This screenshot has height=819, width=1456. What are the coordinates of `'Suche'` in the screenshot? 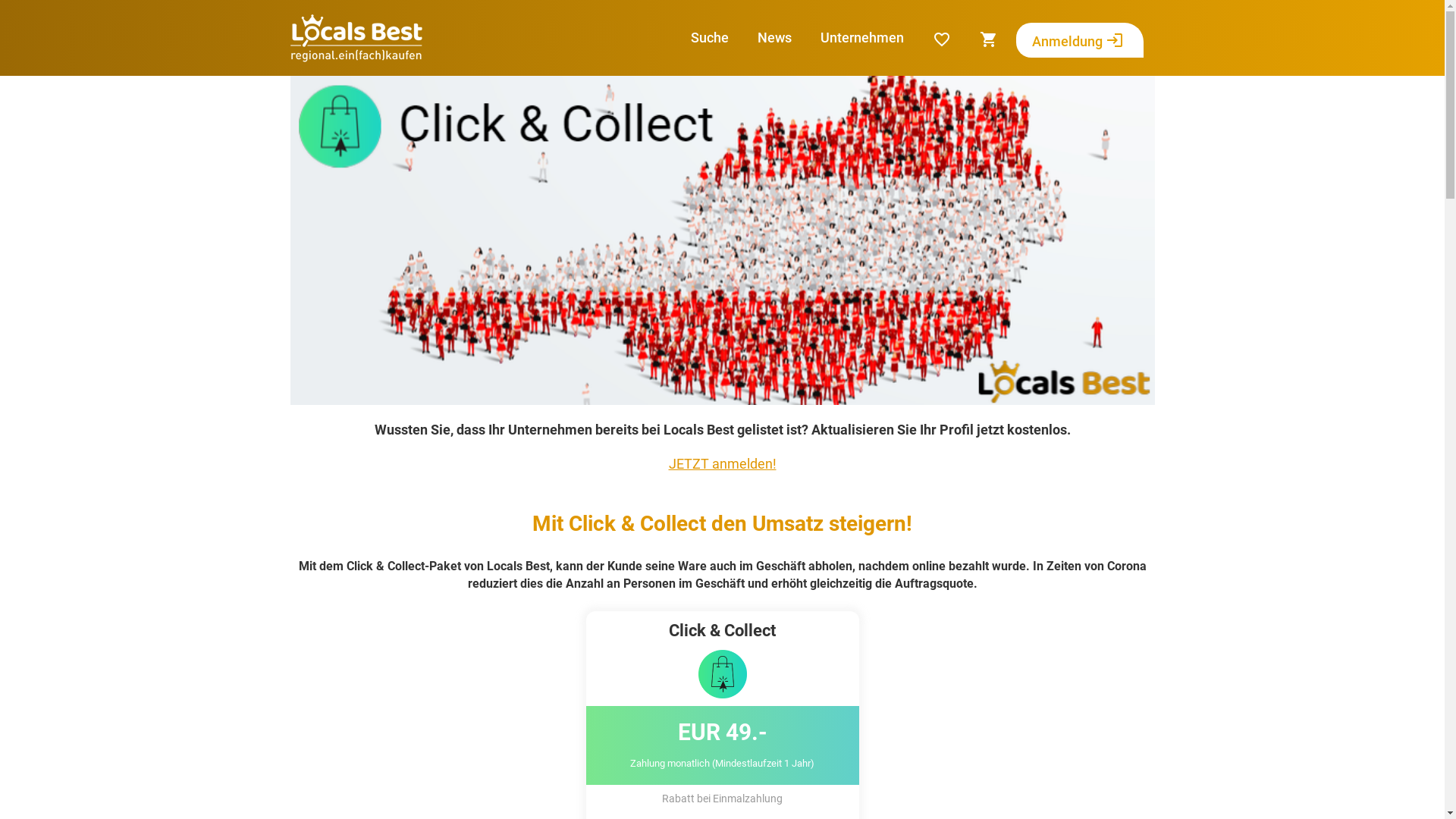 It's located at (712, 37).